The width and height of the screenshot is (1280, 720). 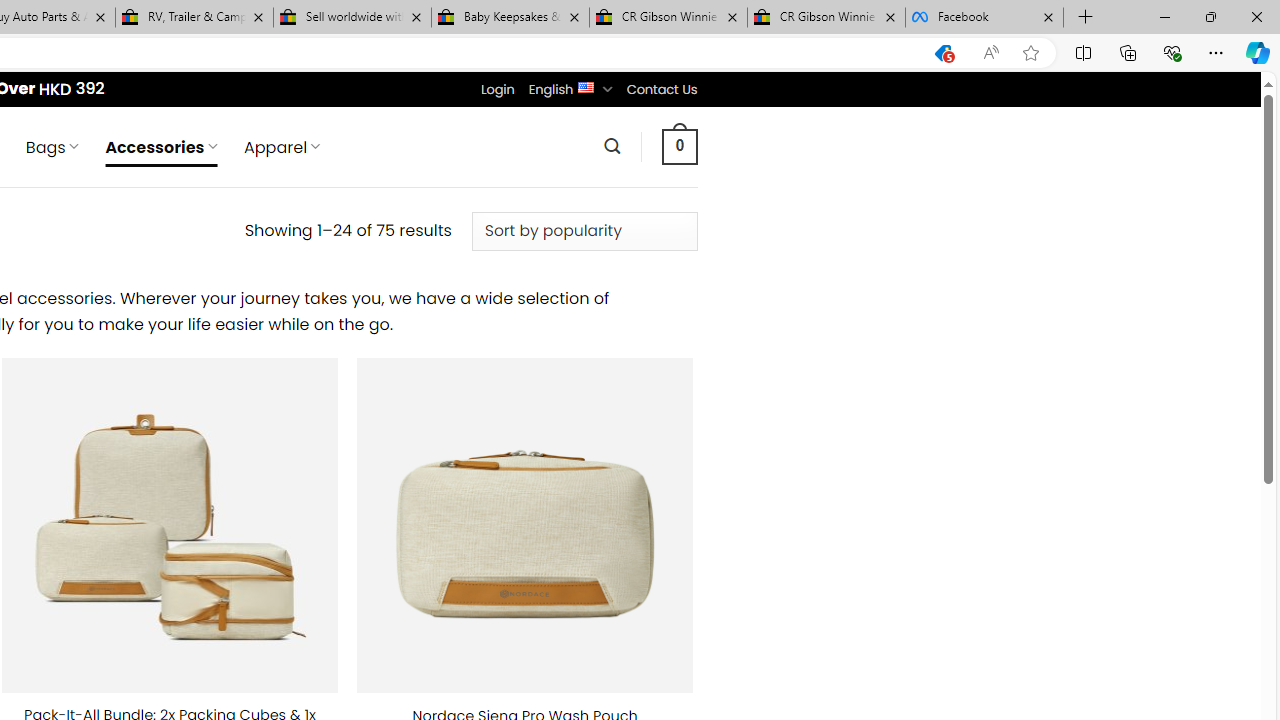 What do you see at coordinates (661, 88) in the screenshot?
I see `'Contact Us'` at bounding box center [661, 88].